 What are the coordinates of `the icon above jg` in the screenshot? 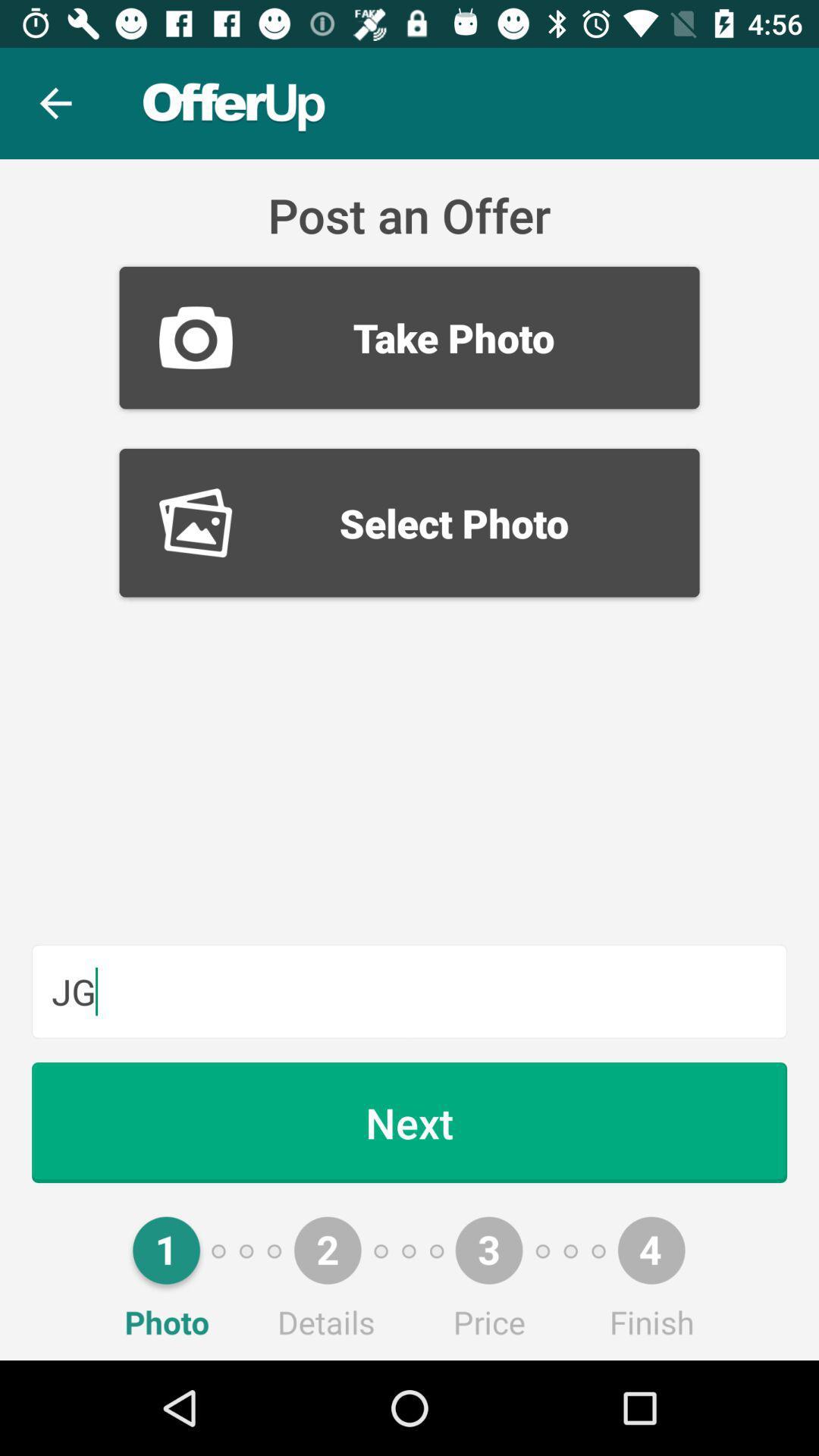 It's located at (409, 522).